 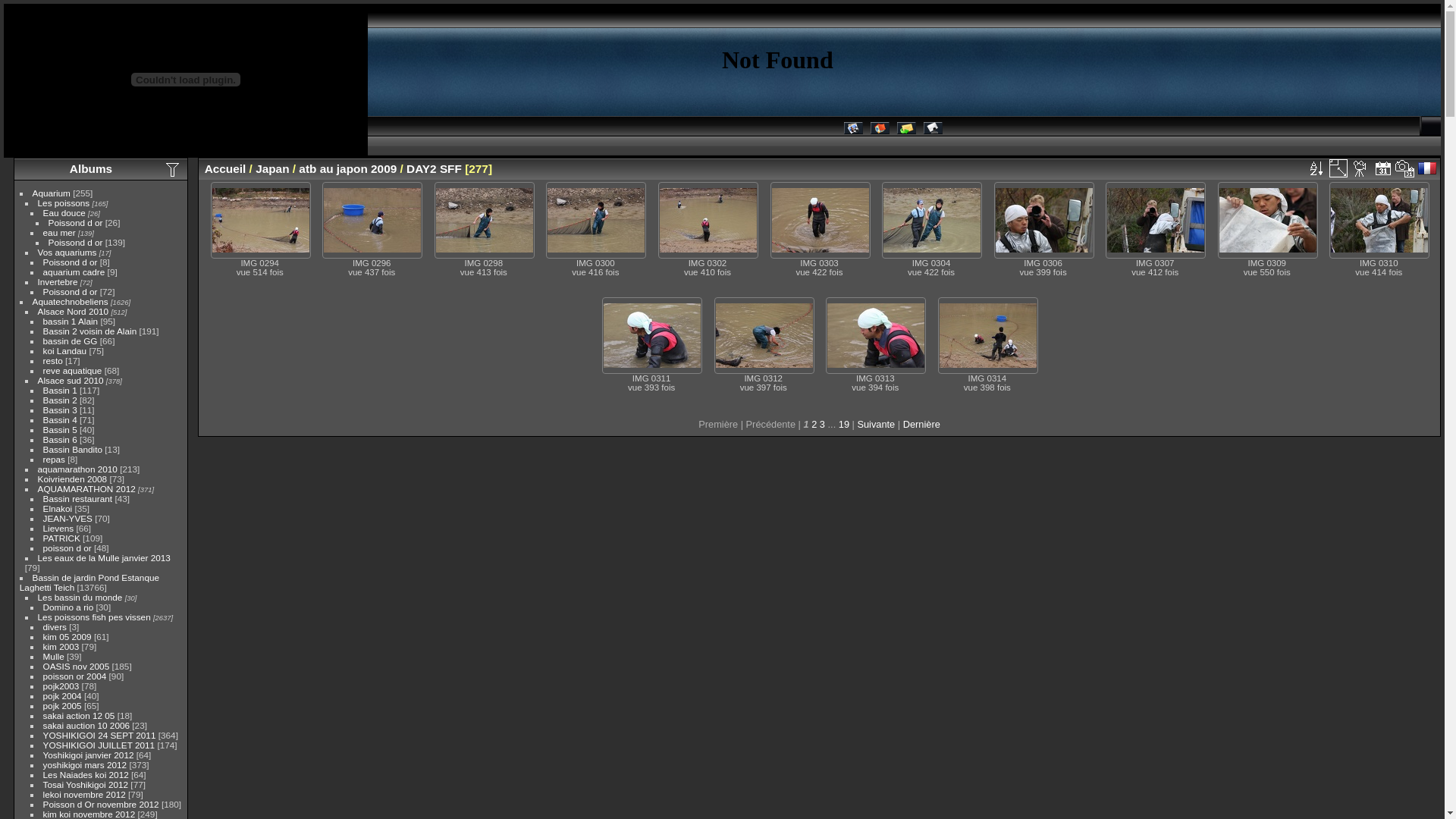 What do you see at coordinates (73, 271) in the screenshot?
I see `'aquarium cadre'` at bounding box center [73, 271].